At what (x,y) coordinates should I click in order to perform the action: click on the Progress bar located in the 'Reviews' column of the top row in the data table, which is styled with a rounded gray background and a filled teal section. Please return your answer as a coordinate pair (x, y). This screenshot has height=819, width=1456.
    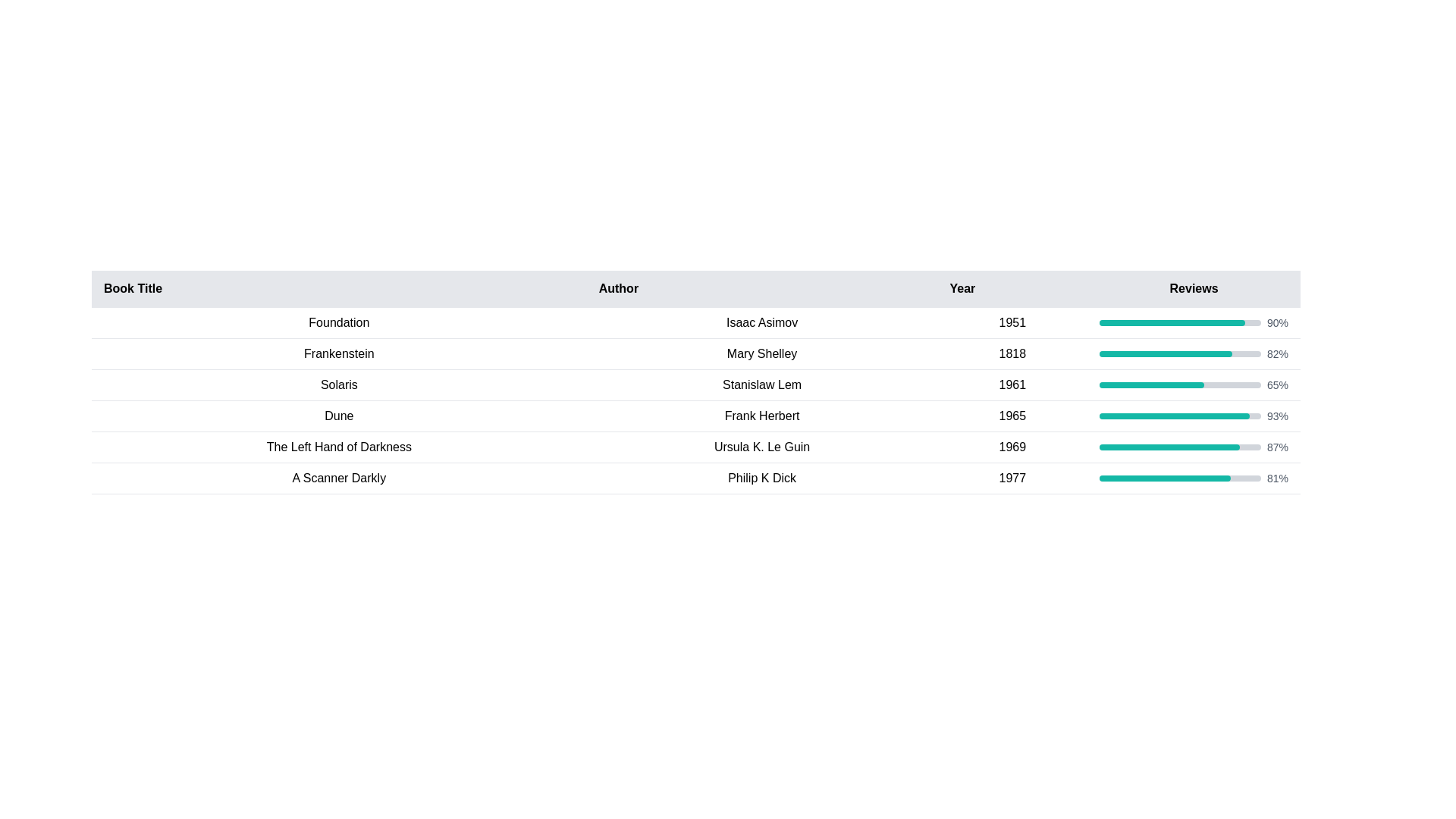
    Looking at the image, I should click on (1179, 322).